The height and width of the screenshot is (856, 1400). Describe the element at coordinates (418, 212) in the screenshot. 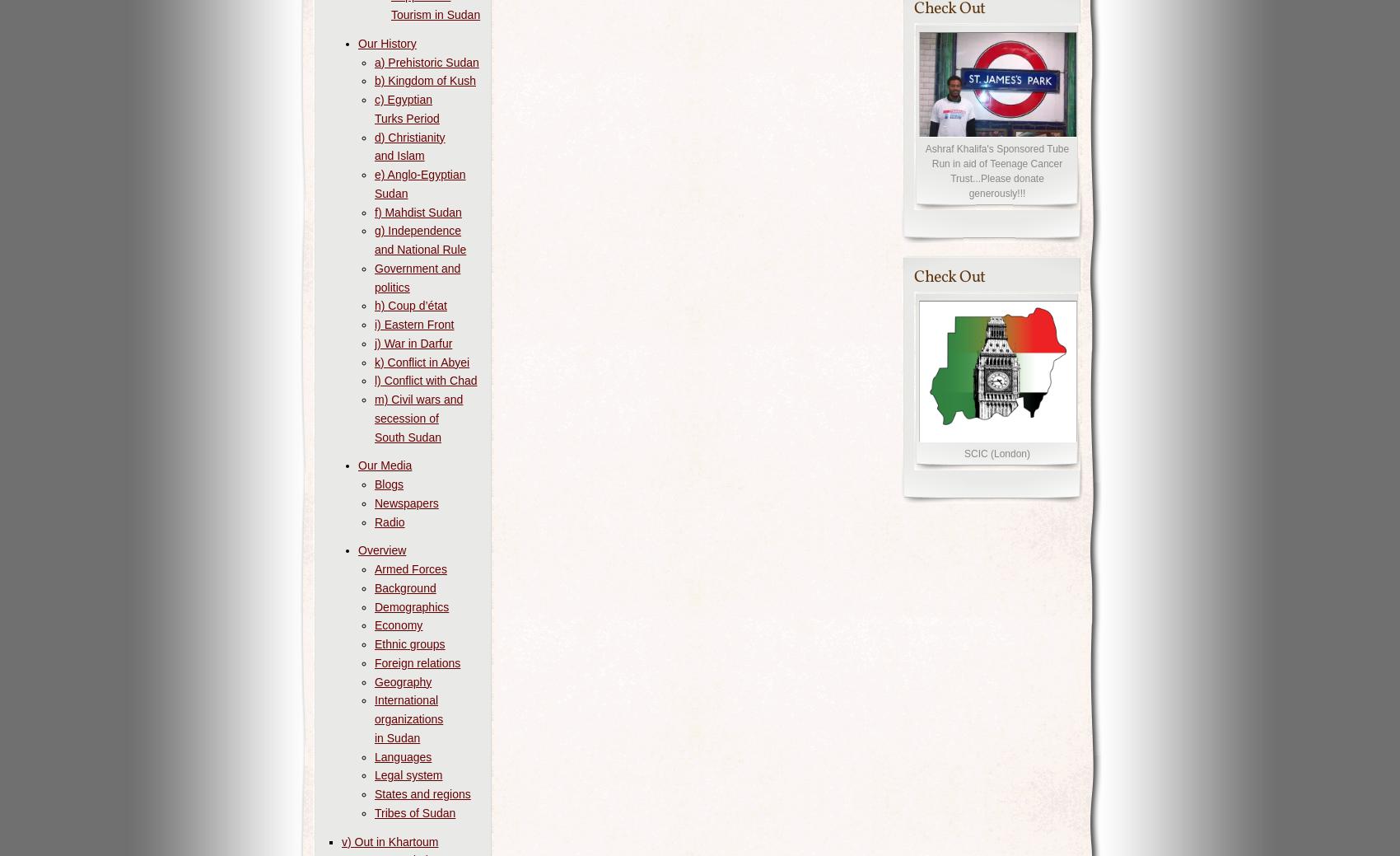

I see `'f) Mahdist Sudan'` at that location.